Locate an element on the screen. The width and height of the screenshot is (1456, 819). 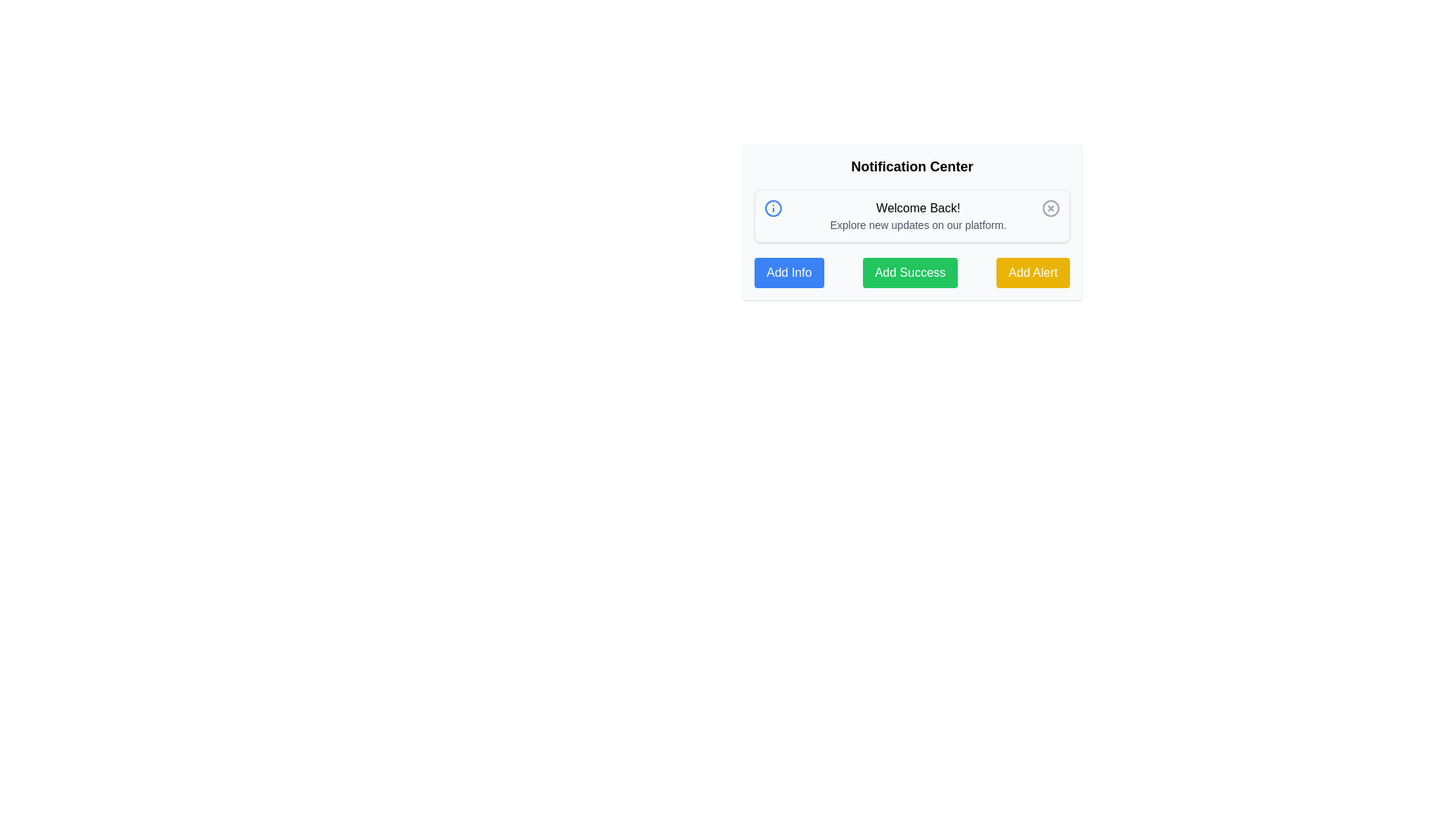
the 'Add Success' button, which is the second button in a group of three buttons under the 'Welcome Back!' section of the 'Notification Center' panel is located at coordinates (910, 271).